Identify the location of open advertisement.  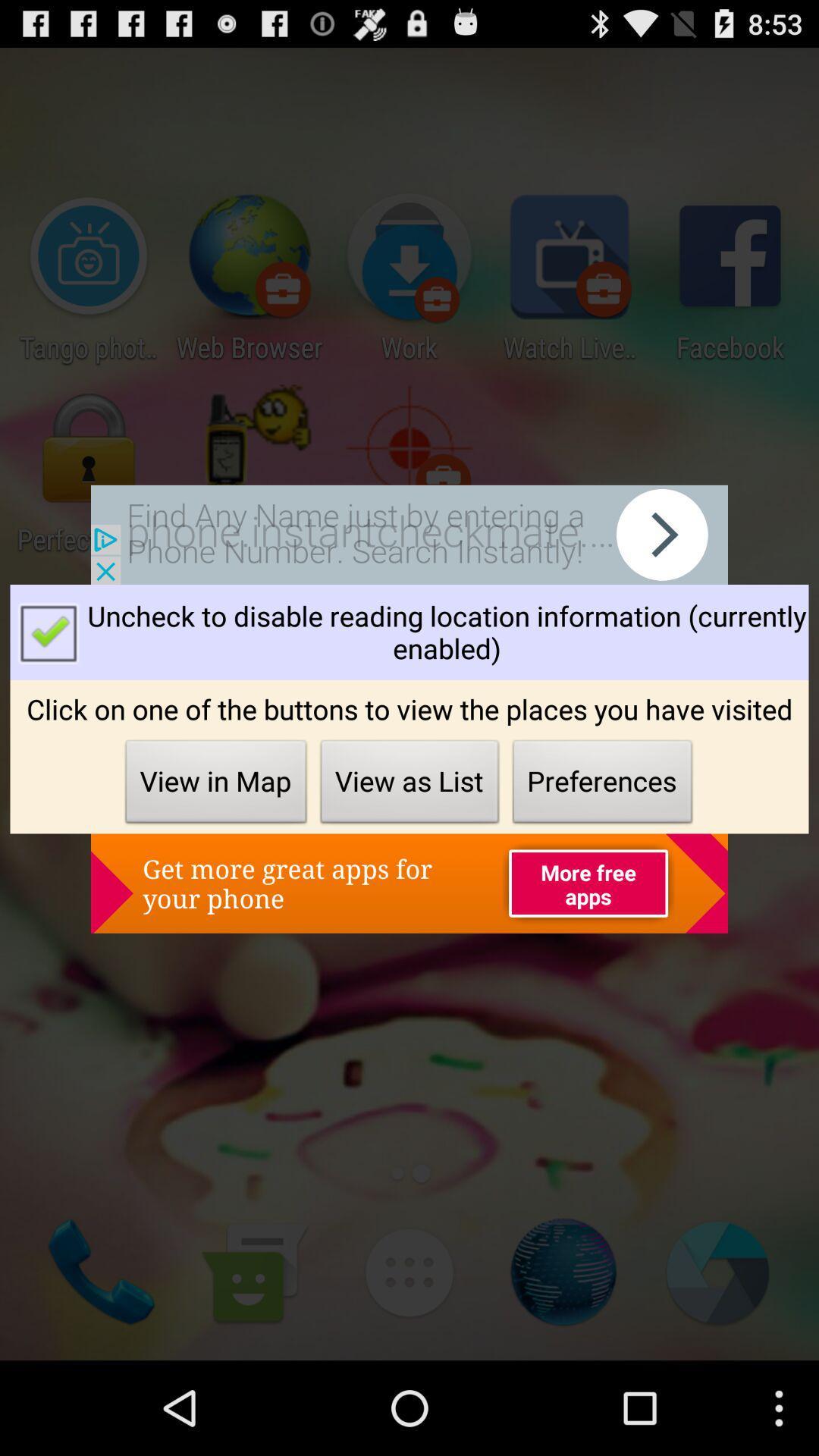
(409, 535).